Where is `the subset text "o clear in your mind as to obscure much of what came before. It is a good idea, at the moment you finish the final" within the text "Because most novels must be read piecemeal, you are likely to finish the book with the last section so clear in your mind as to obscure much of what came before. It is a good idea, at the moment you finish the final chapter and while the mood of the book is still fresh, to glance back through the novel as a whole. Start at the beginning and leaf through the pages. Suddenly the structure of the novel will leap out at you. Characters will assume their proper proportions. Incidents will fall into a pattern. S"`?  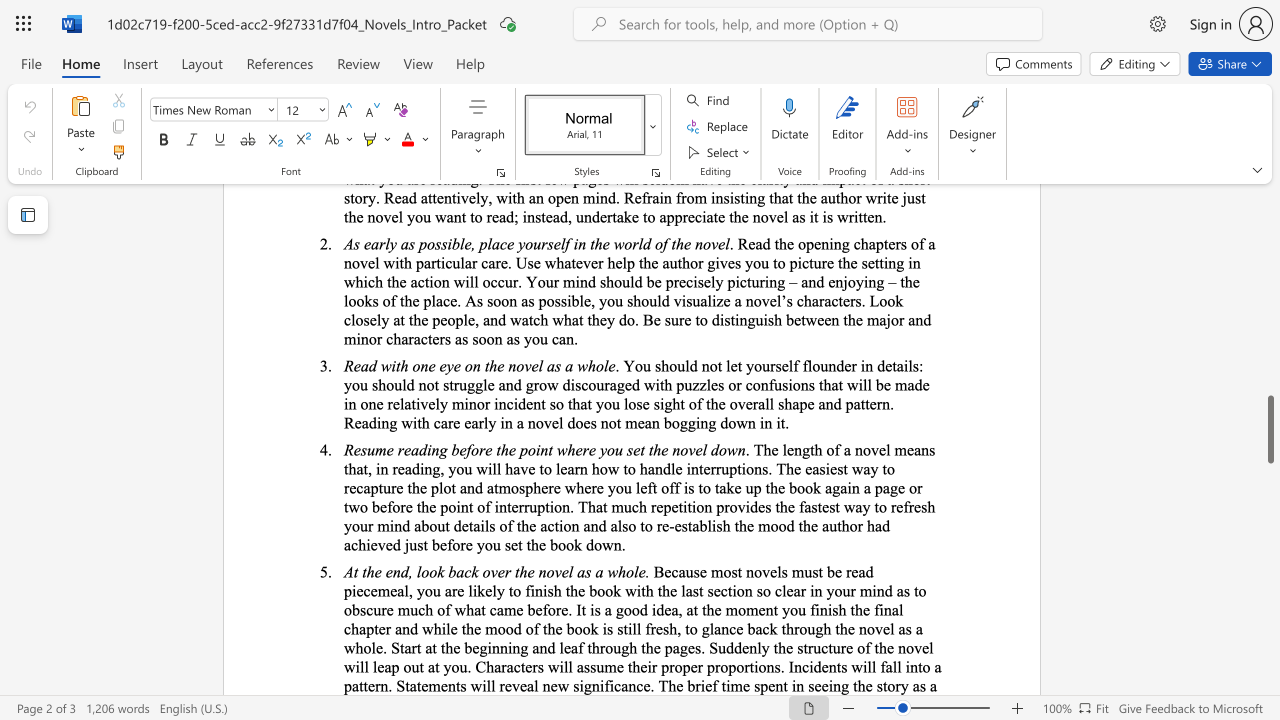 the subset text "o clear in your mind as to obscure much of what came before. It is a good idea, at the moment you finish the final" within the text "Because most novels must be read piecemeal, you are likely to finish the book with the last section so clear in your mind as to obscure much of what came before. It is a good idea, at the moment you finish the final chapter and while the mood of the book is still fresh, to glance back through the novel as a whole. Start at the beginning and leaf through the pages. Suddenly the structure of the novel will leap out at you. Characters will assume their proper proportions. Incidents will fall into a pattern. S" is located at coordinates (762, 589).